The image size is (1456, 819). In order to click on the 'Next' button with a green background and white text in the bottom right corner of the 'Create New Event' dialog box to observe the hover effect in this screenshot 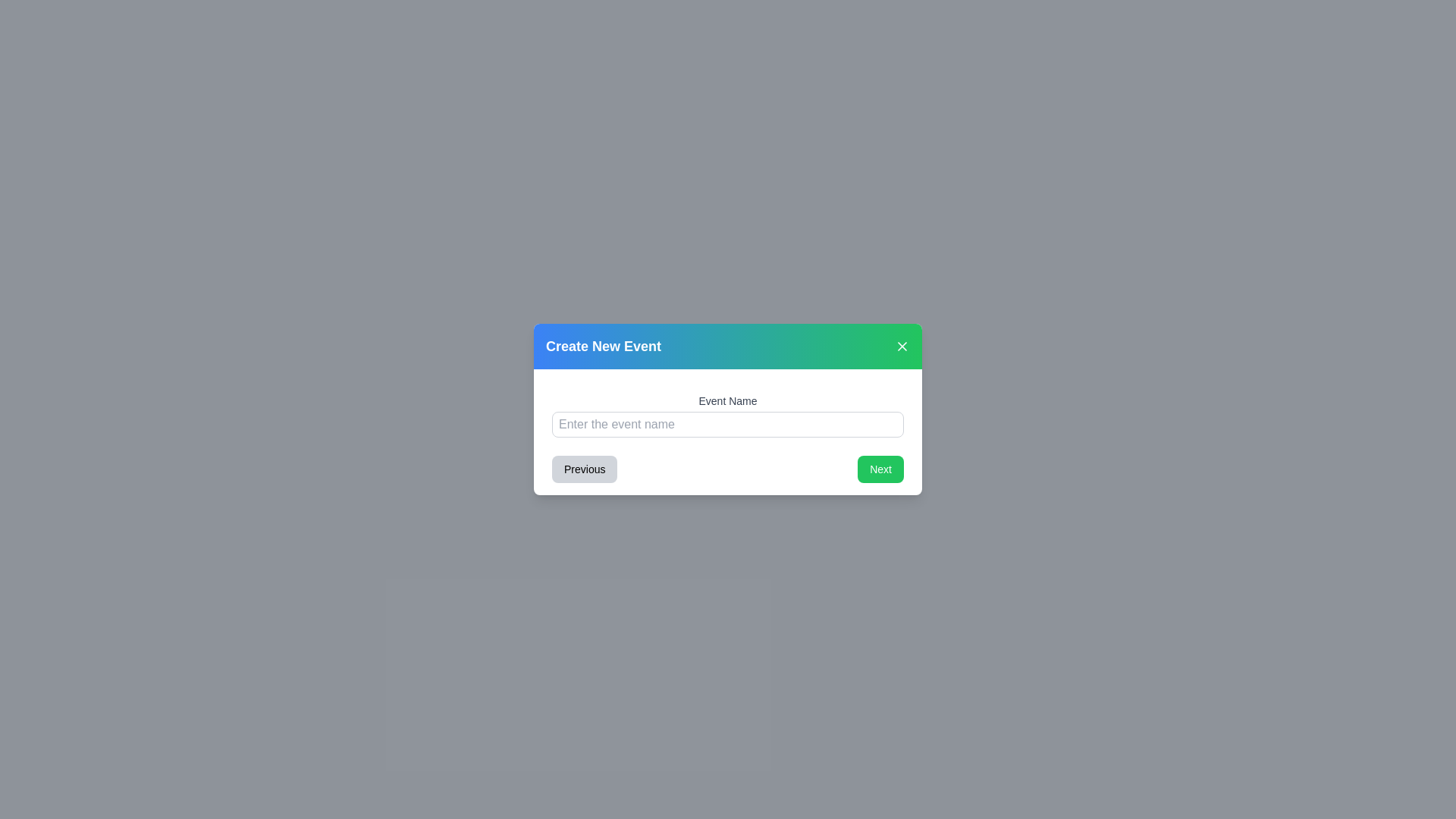, I will do `click(880, 468)`.